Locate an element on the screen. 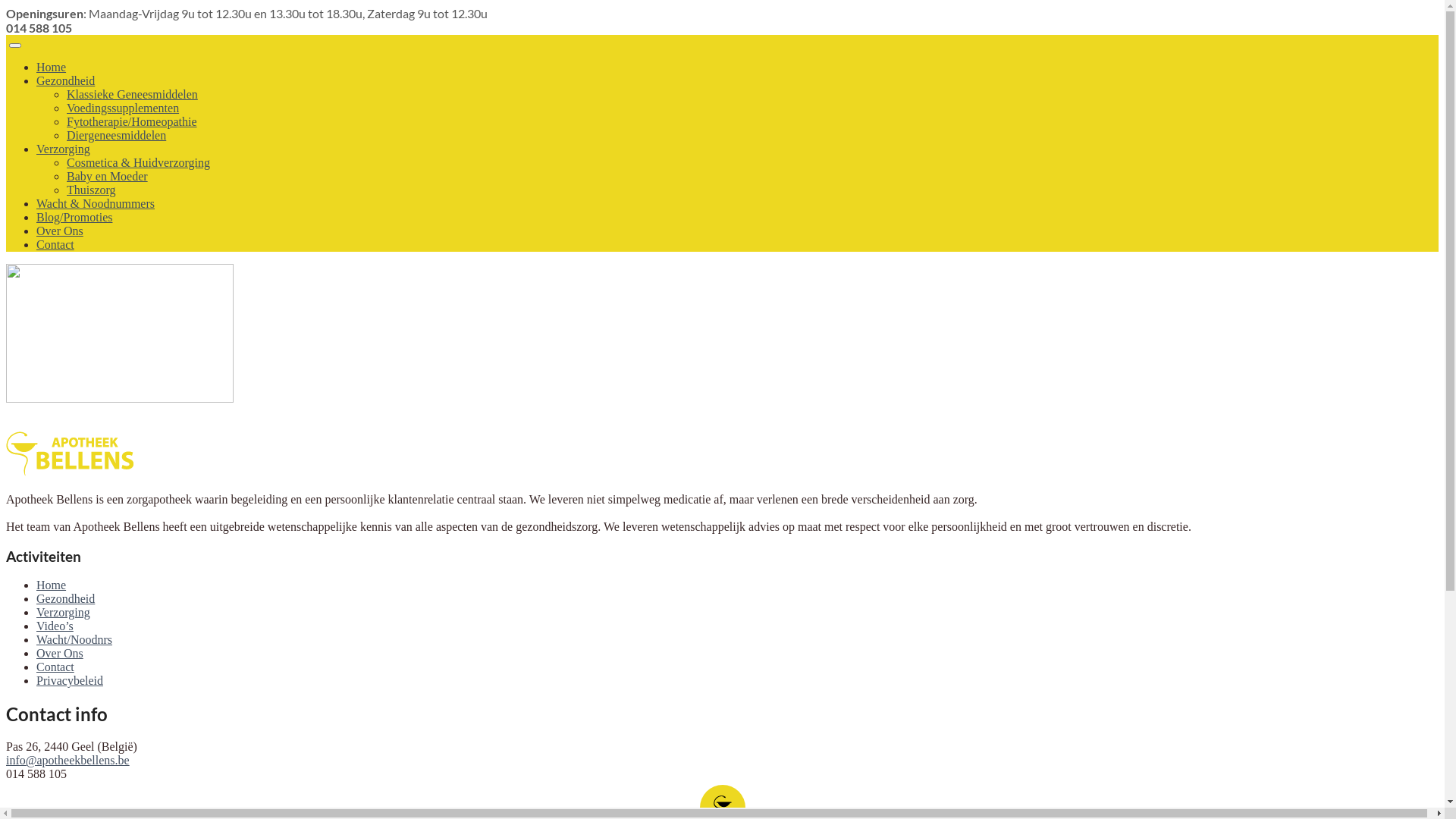 This screenshot has height=819, width=1456. 'Diergeneesmiddelen' is located at coordinates (65, 134).